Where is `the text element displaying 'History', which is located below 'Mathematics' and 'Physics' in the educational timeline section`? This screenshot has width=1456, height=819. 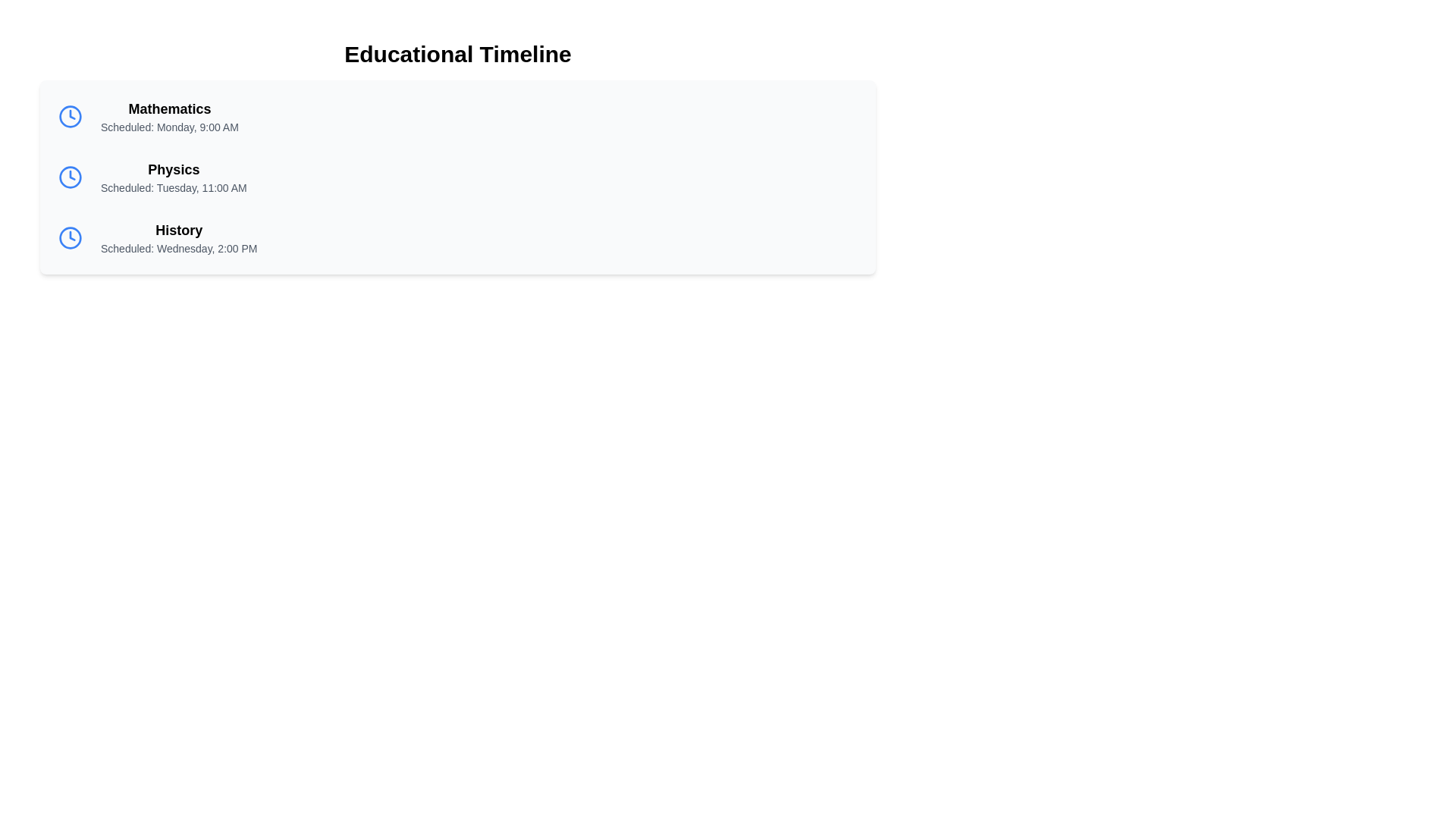 the text element displaying 'History', which is located below 'Mathematics' and 'Physics' in the educational timeline section is located at coordinates (179, 231).